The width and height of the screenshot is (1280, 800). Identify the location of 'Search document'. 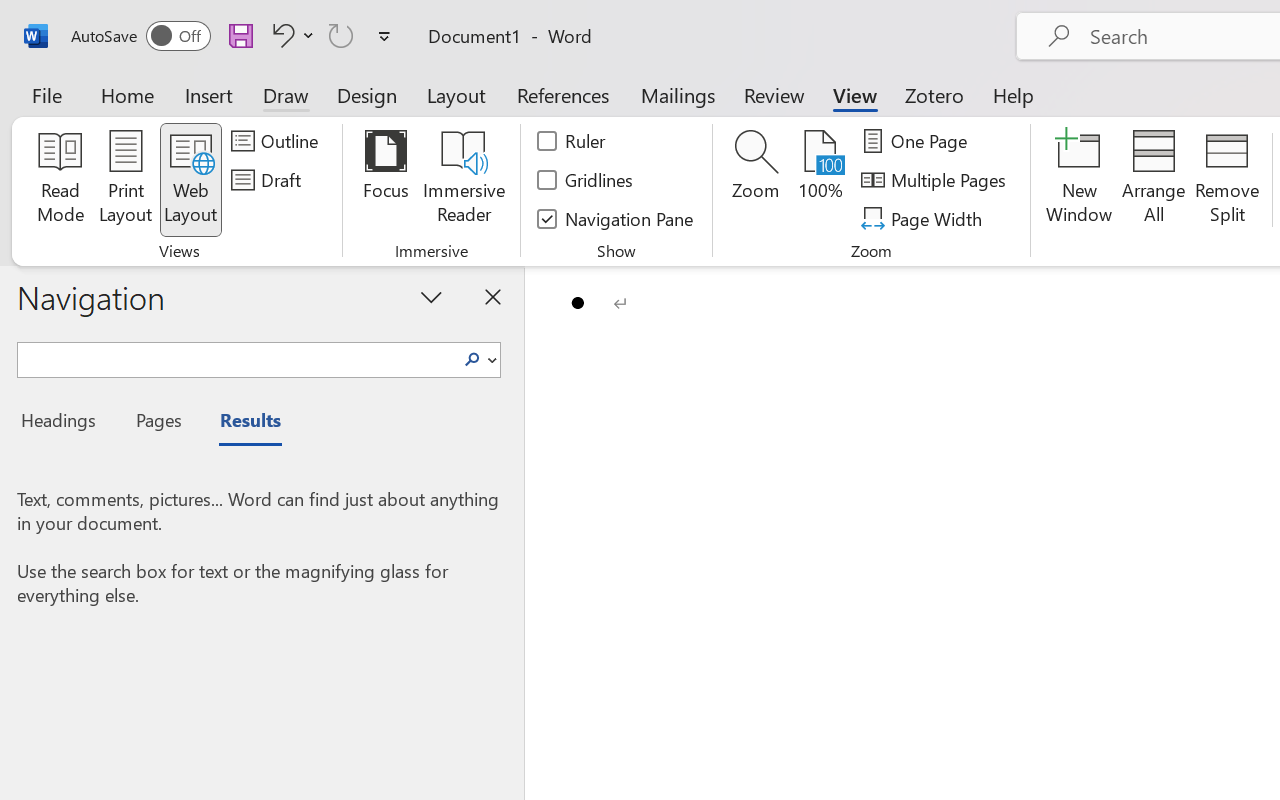
(237, 357).